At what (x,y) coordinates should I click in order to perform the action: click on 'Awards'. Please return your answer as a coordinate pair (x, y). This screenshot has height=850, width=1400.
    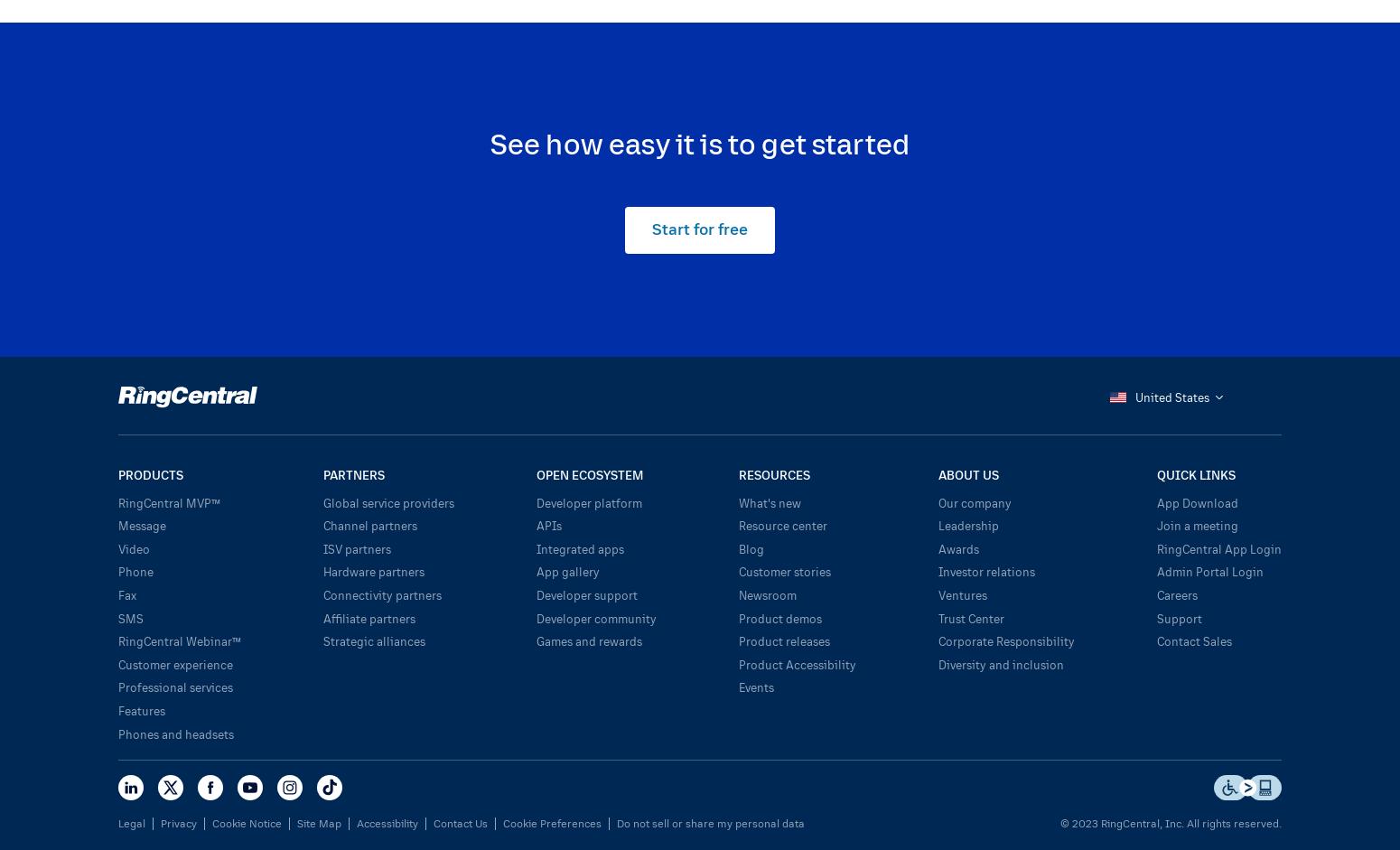
    Looking at the image, I should click on (958, 548).